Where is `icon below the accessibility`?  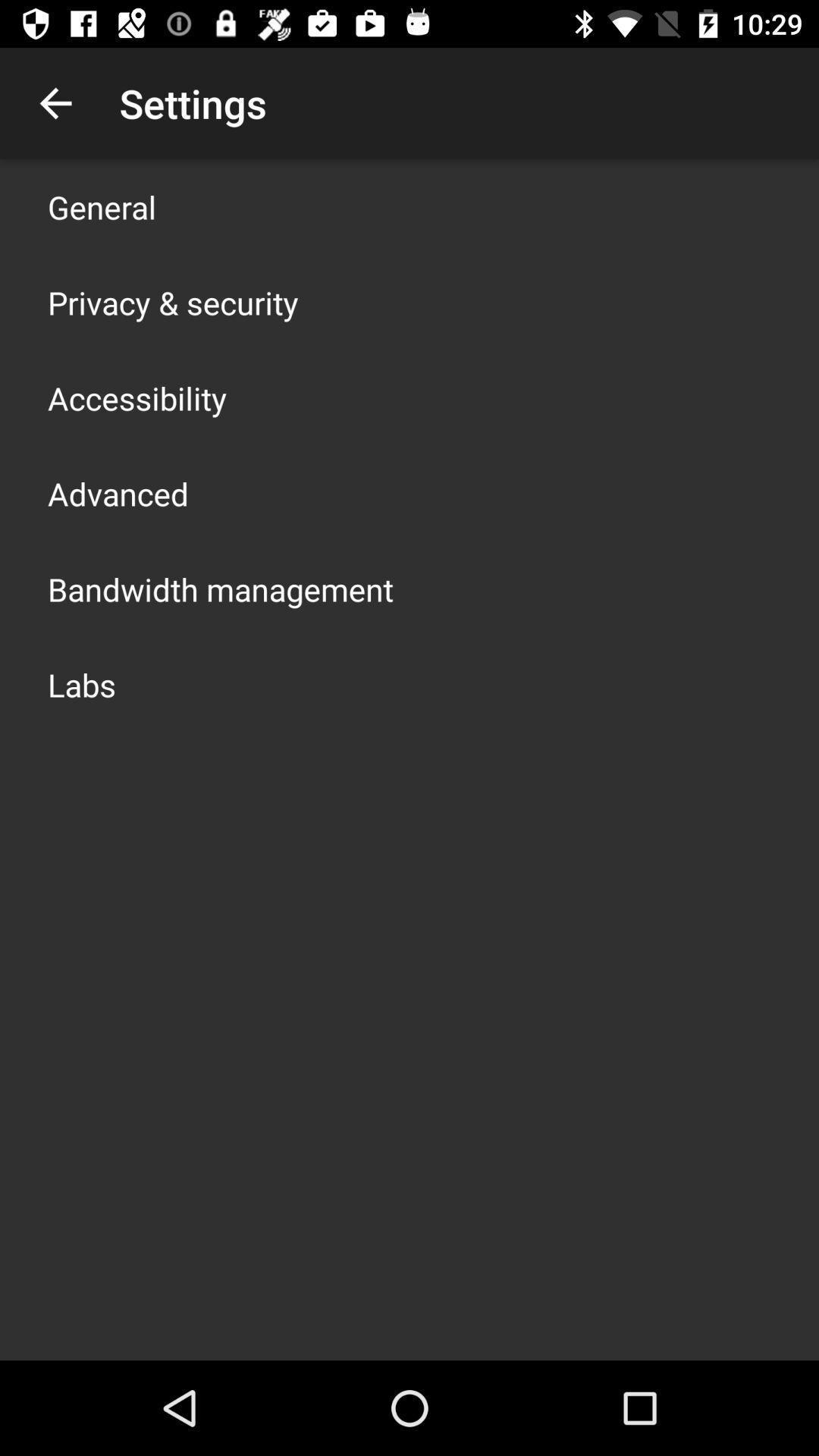 icon below the accessibility is located at coordinates (117, 494).